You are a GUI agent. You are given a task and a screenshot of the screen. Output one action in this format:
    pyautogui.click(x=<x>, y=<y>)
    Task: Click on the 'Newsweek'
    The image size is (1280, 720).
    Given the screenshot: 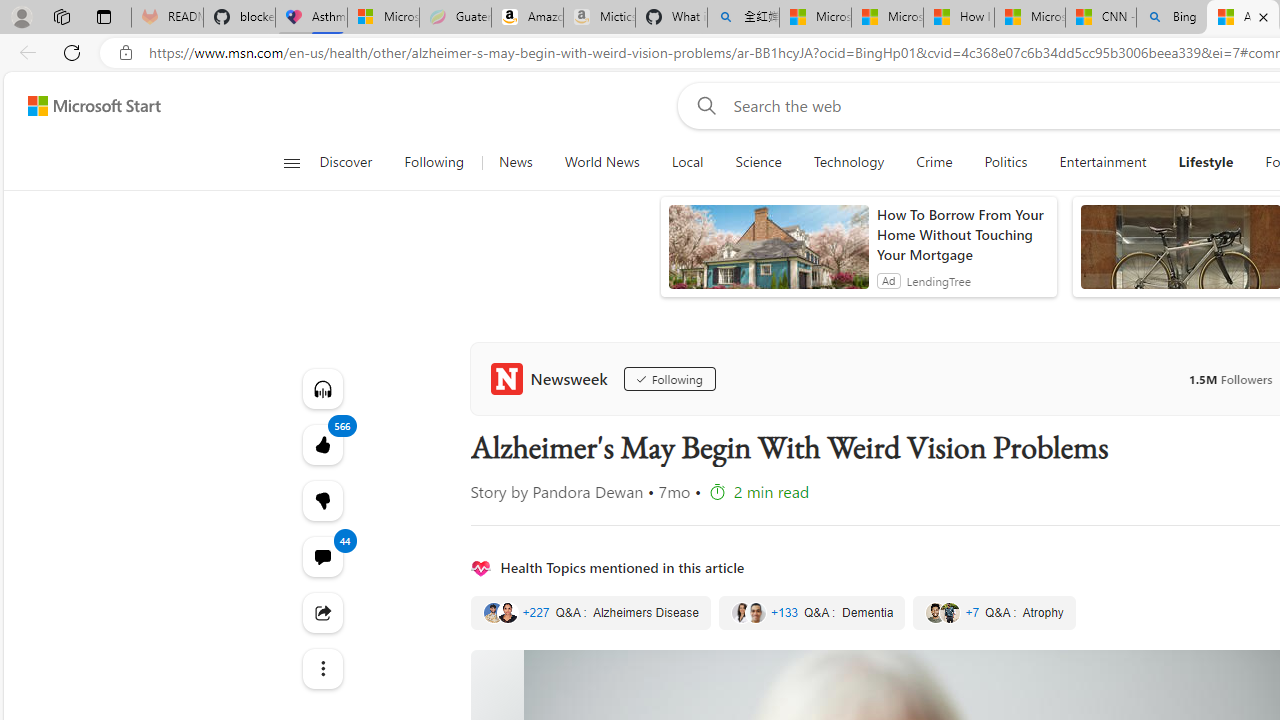 What is the action you would take?
    pyautogui.click(x=552, y=379)
    